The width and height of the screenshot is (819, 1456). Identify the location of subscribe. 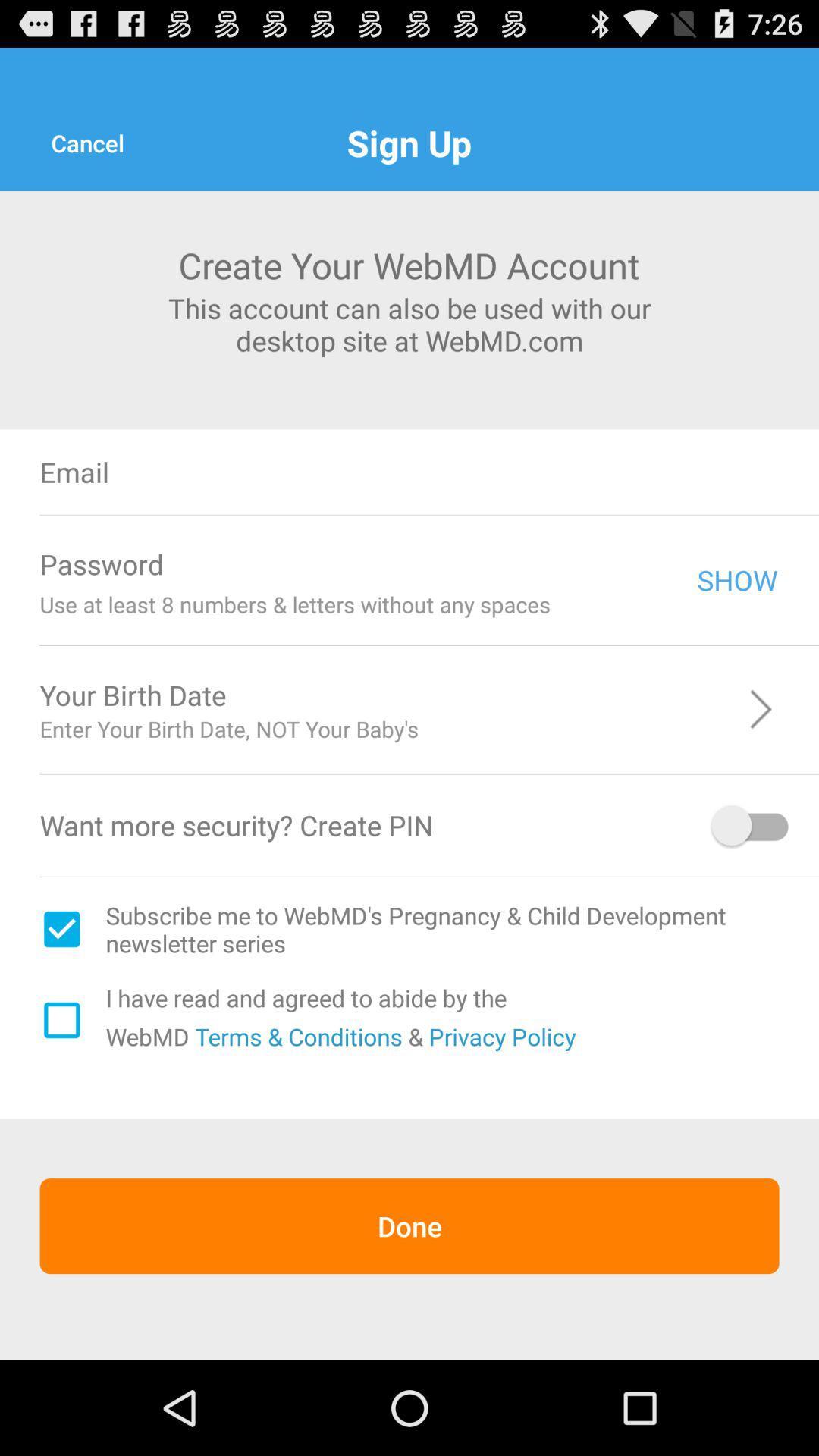
(61, 928).